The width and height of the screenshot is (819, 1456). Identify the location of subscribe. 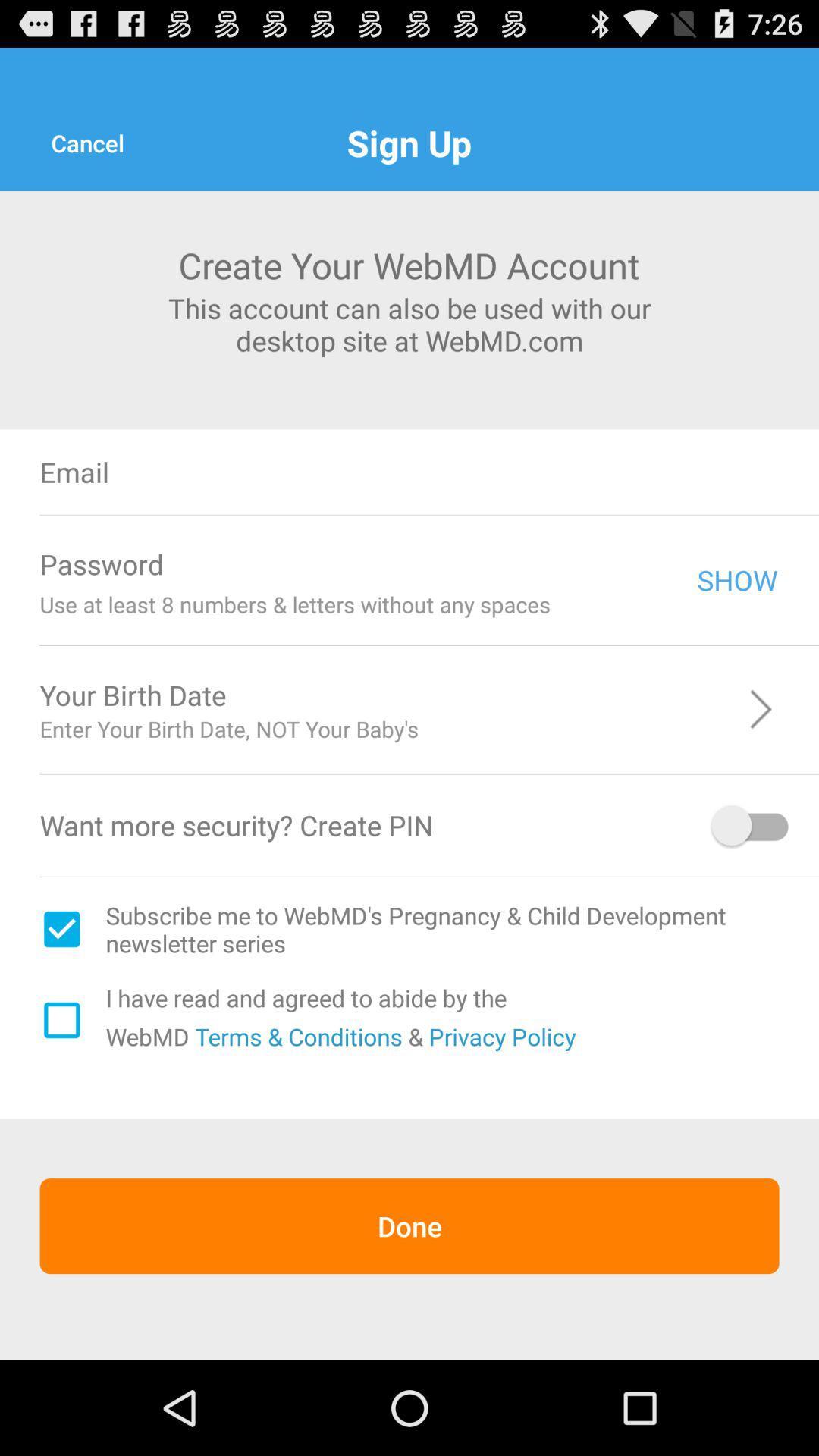
(61, 928).